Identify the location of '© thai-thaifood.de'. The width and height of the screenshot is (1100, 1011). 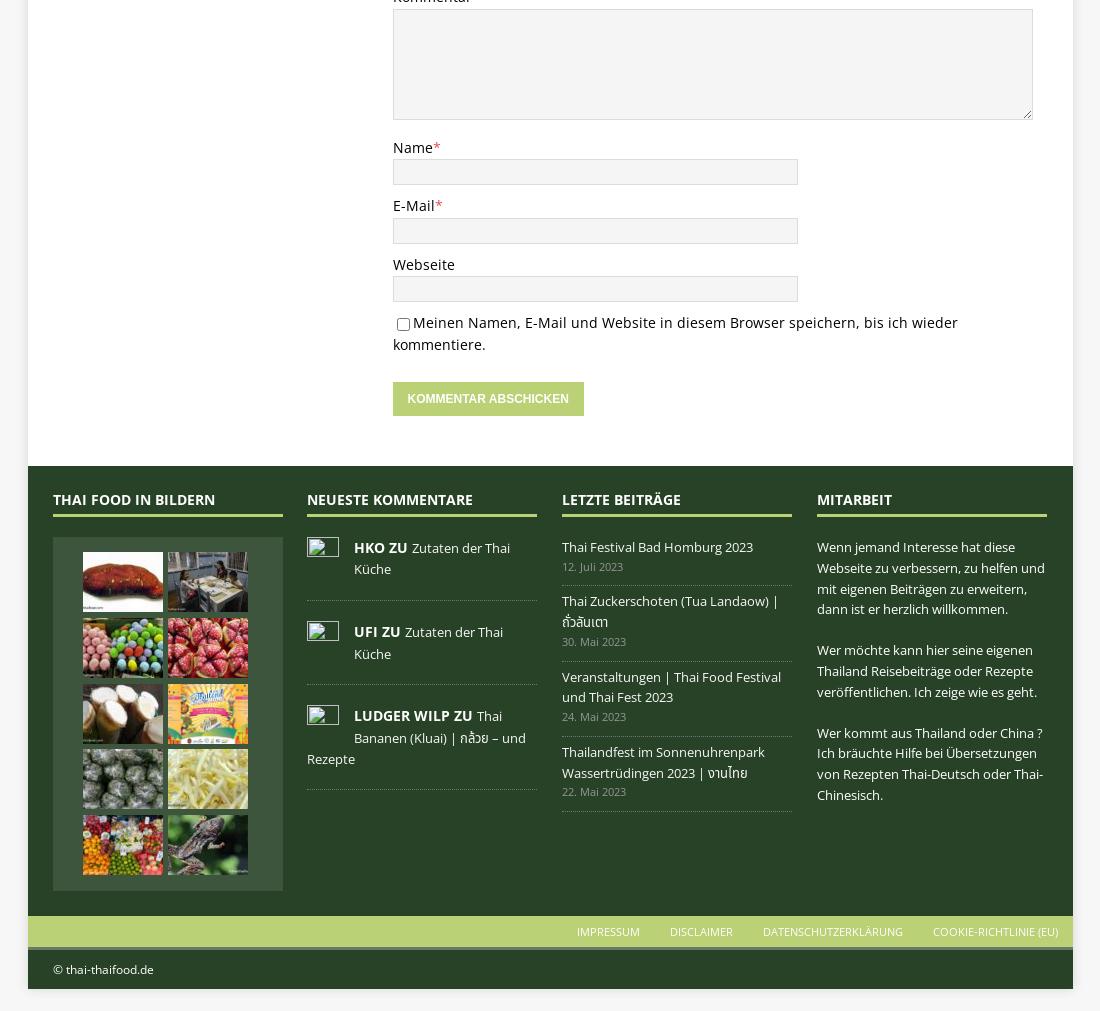
(102, 969).